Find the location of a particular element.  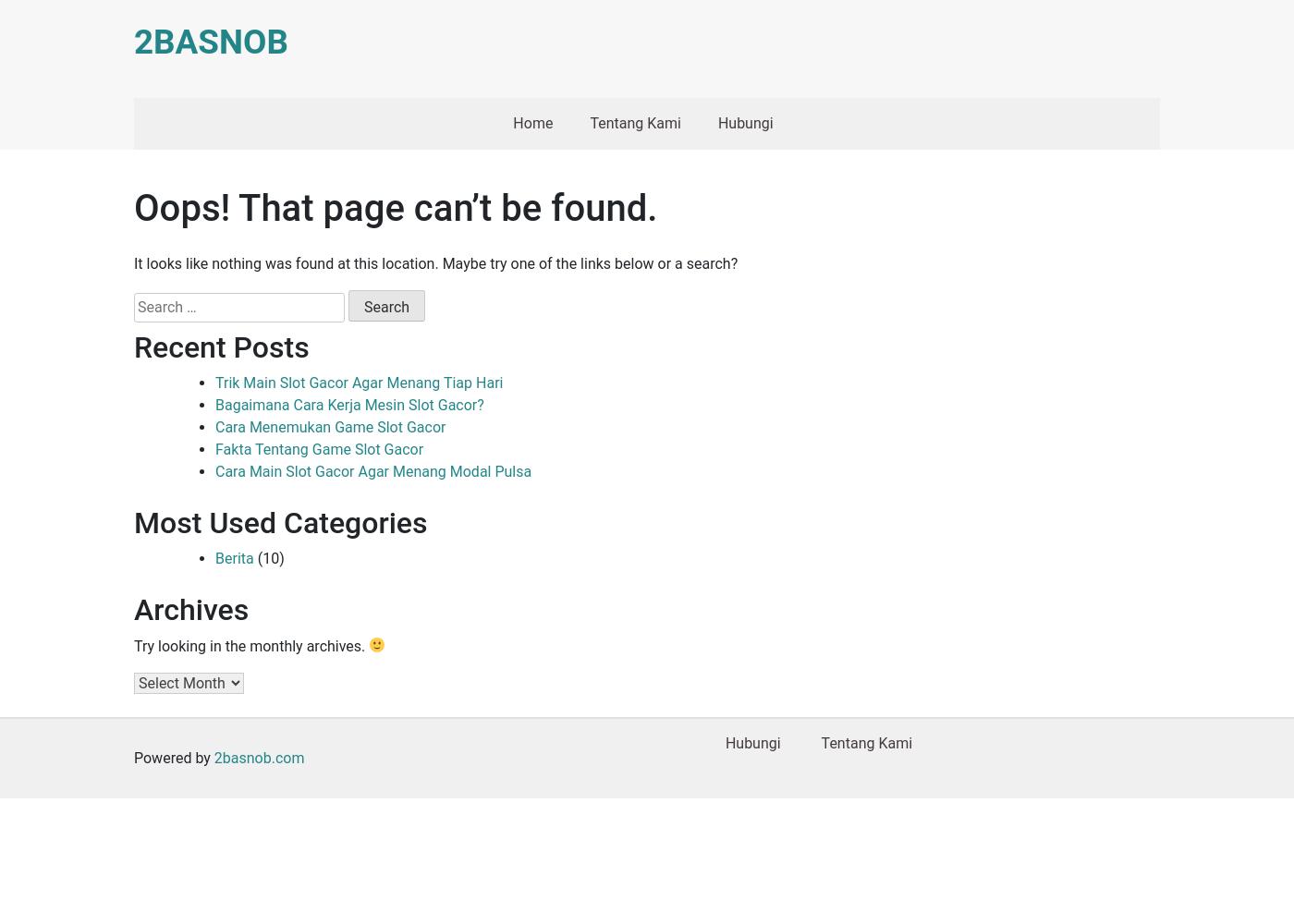

'Try looking in the monthly archives.' is located at coordinates (134, 644).